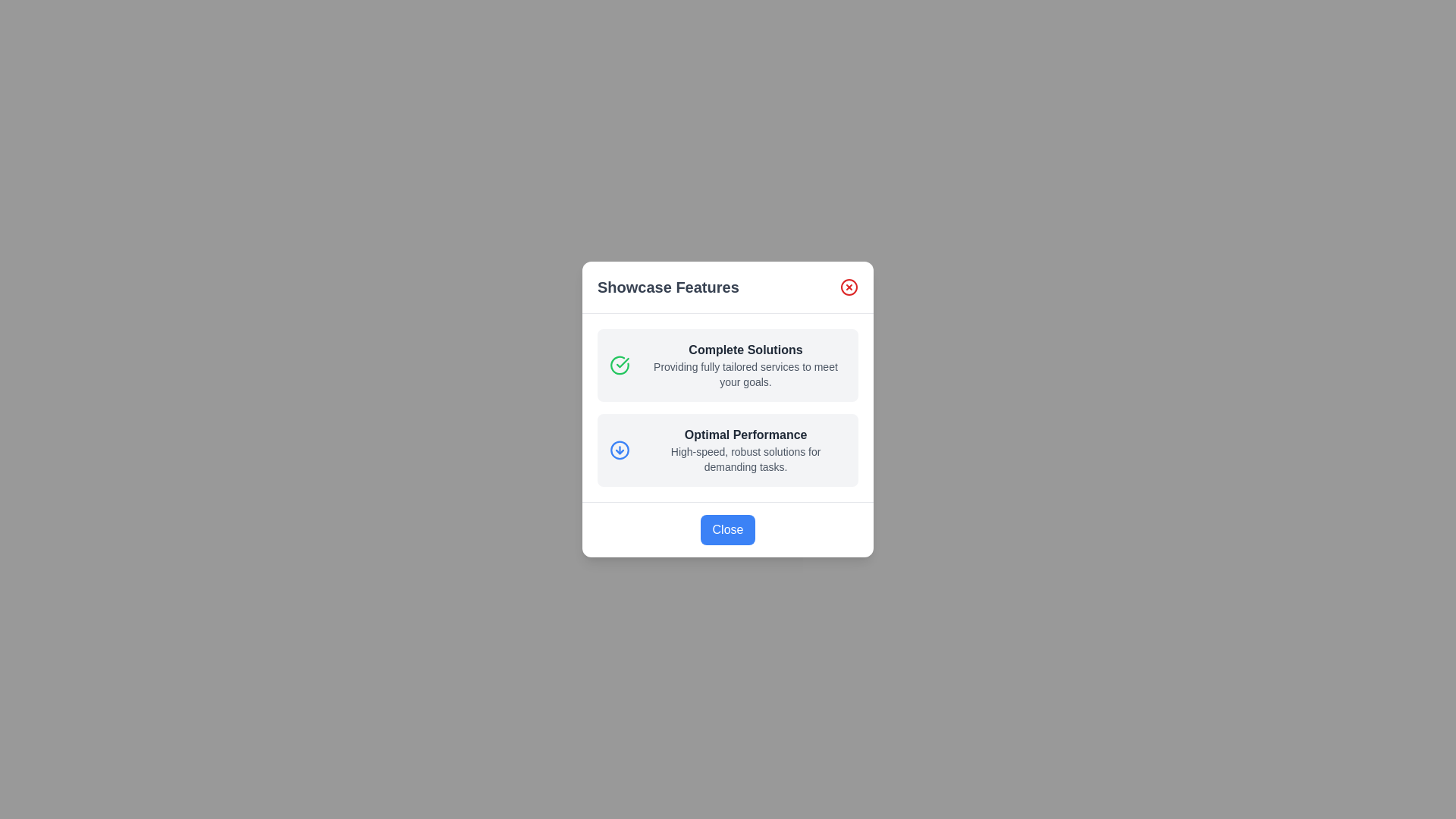  Describe the element at coordinates (728, 529) in the screenshot. I see `the 'Close' button to close the dialog` at that location.